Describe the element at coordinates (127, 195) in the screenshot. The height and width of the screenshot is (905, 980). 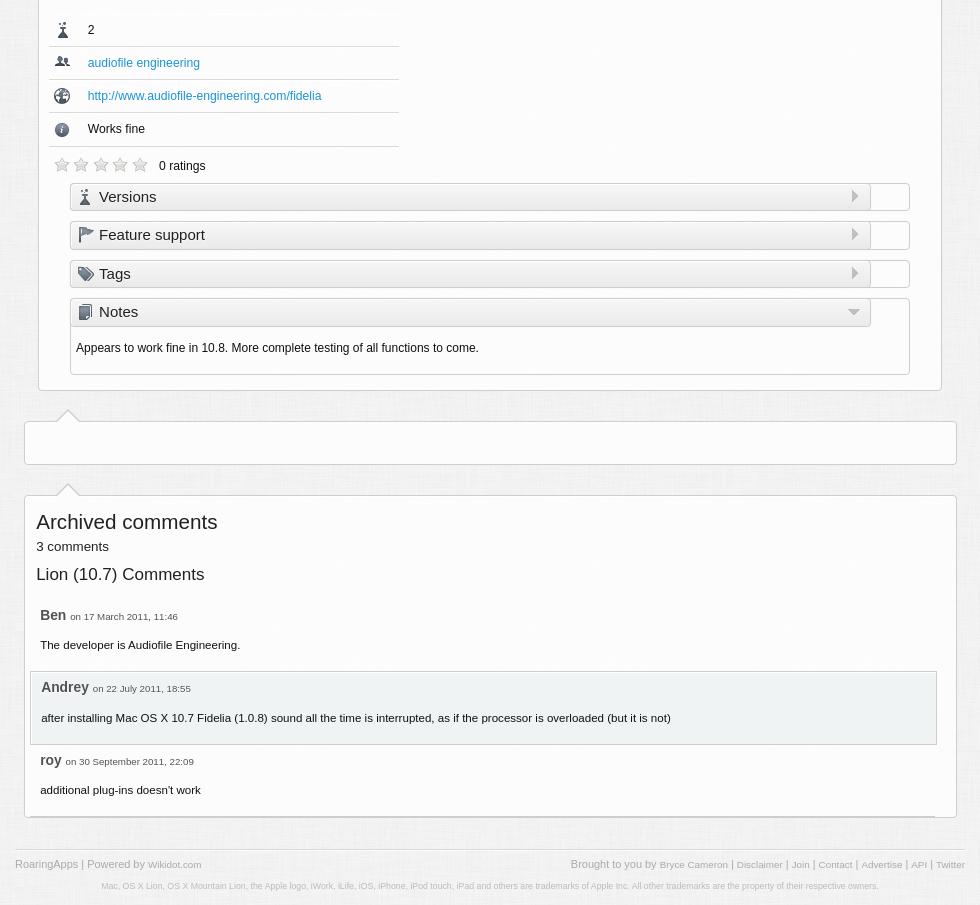
I see `'Versions'` at that location.